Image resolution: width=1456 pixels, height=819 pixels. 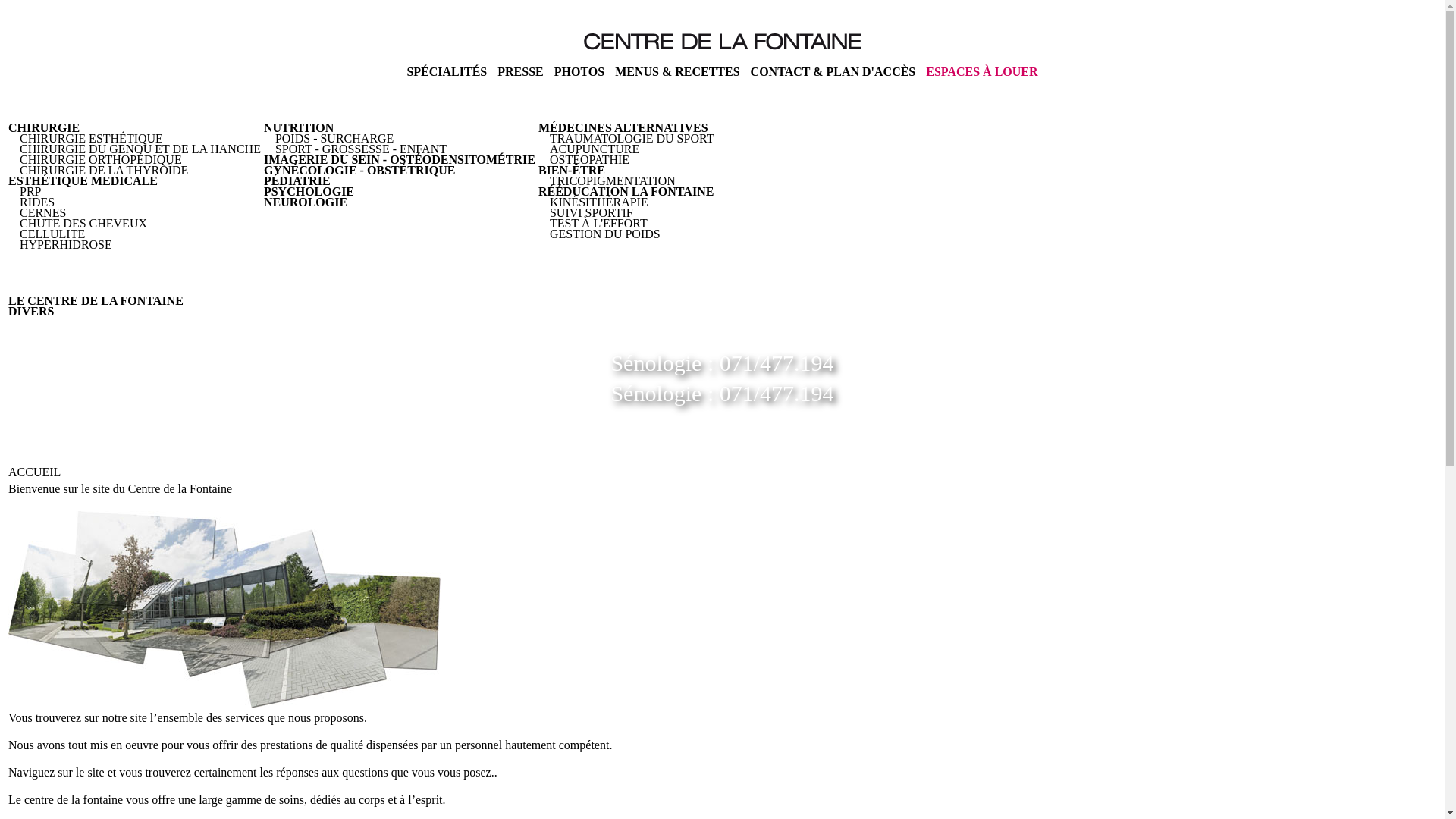 I want to click on 'CERNES', so click(x=42, y=212).